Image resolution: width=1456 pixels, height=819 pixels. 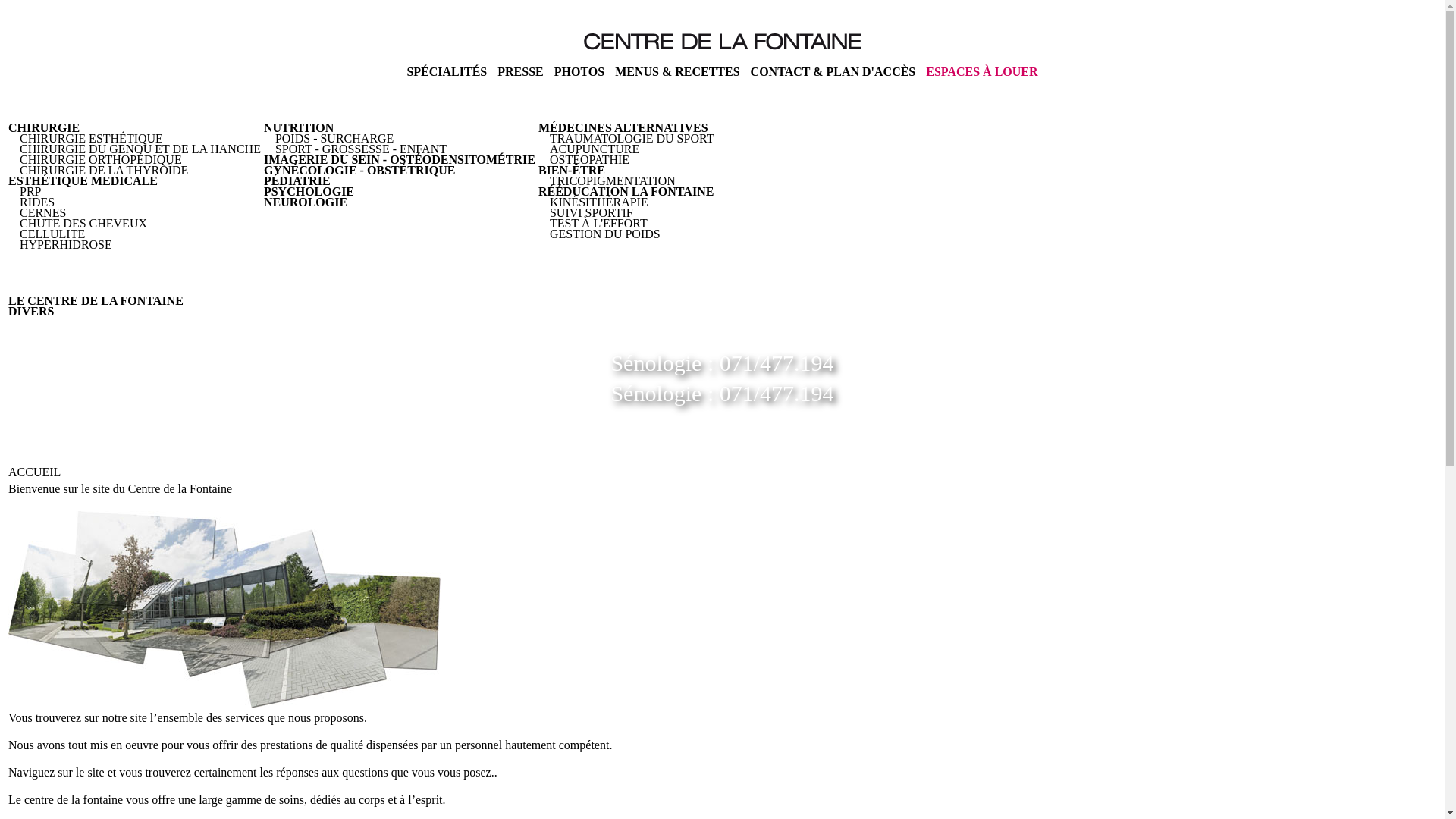 I want to click on 'CERNES', so click(x=42, y=212).